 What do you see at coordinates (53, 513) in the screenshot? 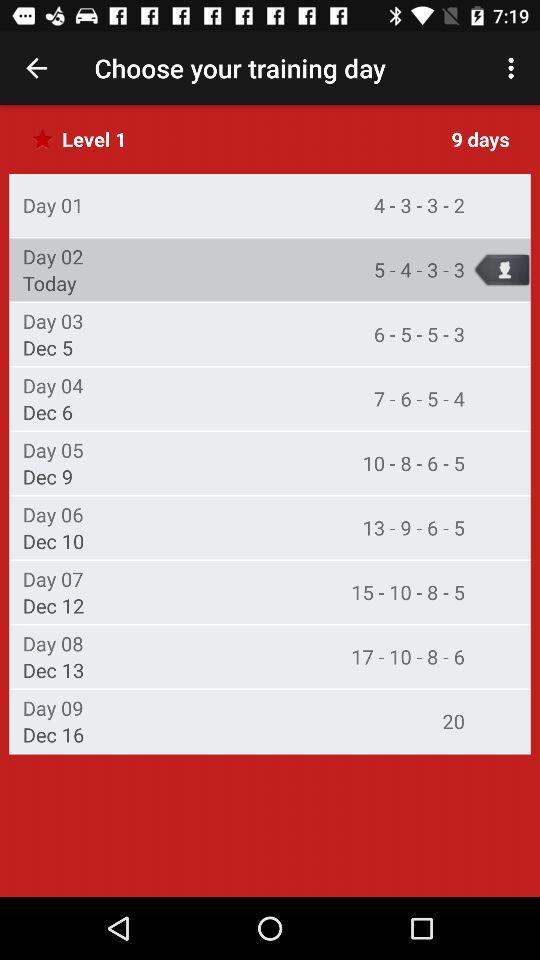
I see `the day 06` at bounding box center [53, 513].